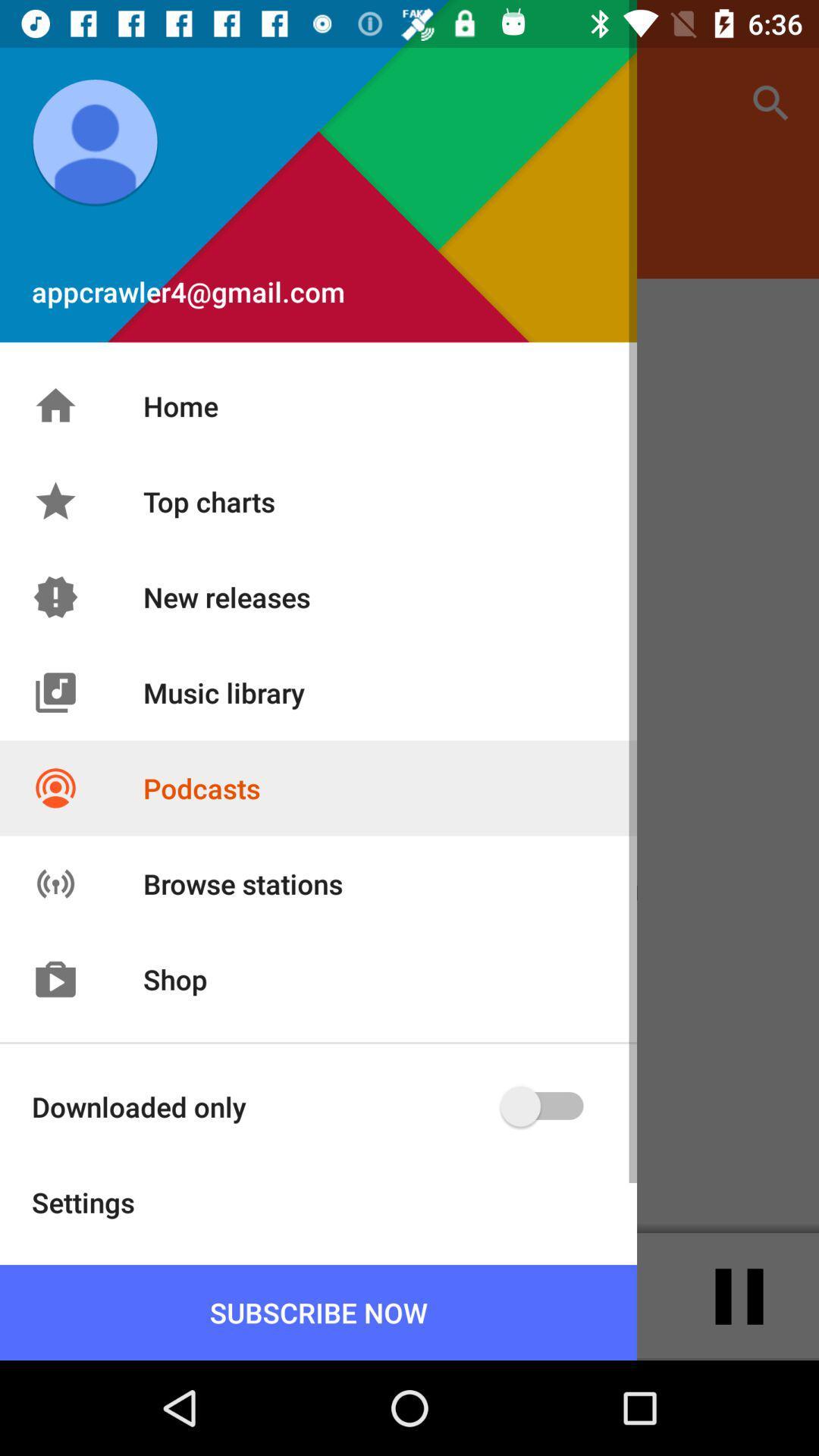 This screenshot has height=1456, width=819. What do you see at coordinates (739, 1295) in the screenshot?
I see `the pause icon` at bounding box center [739, 1295].